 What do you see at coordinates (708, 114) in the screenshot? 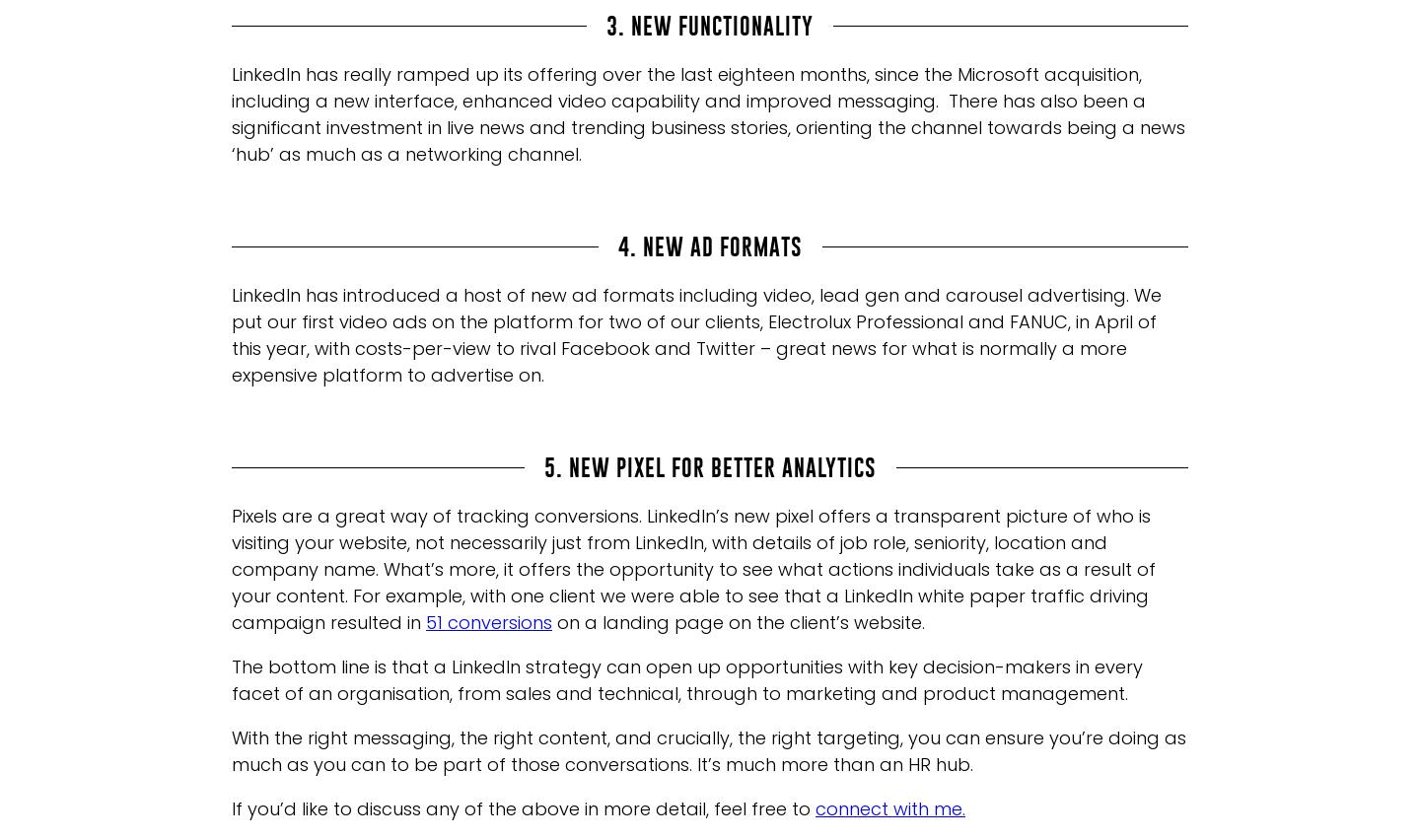
I see `'LinkedIn has really ramped up its offering over the last eighteen months, since the Microsoft acquisition, including a new interface, enhanced video capability and improved messaging.  There has also been a significant investment in live news and trending business stories, orienting the channel towards being a news ‘hub’ as much as a networking channel.'` at bounding box center [708, 114].